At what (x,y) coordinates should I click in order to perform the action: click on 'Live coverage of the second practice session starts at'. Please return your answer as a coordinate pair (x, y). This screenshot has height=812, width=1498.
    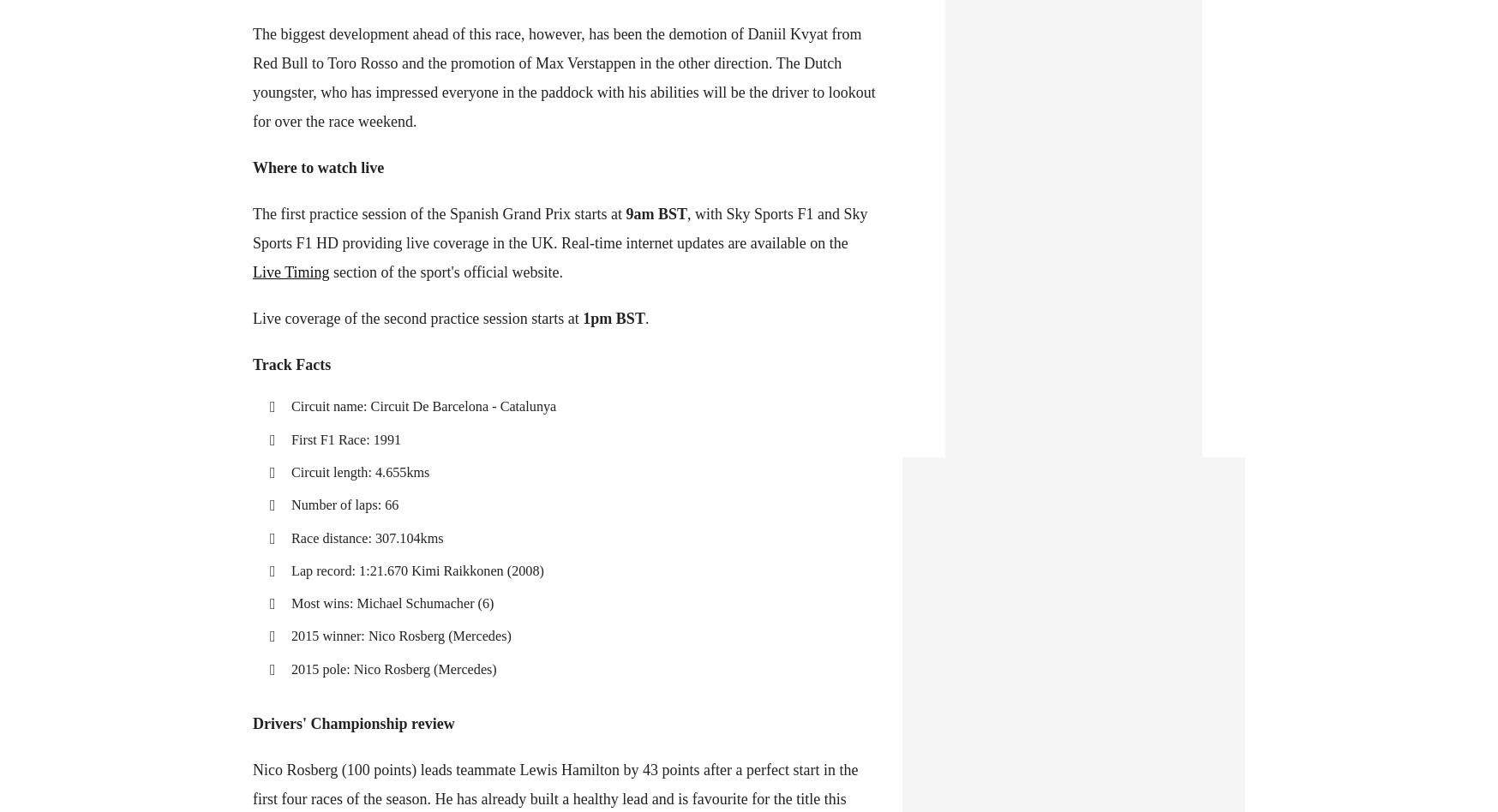
    Looking at the image, I should click on (416, 317).